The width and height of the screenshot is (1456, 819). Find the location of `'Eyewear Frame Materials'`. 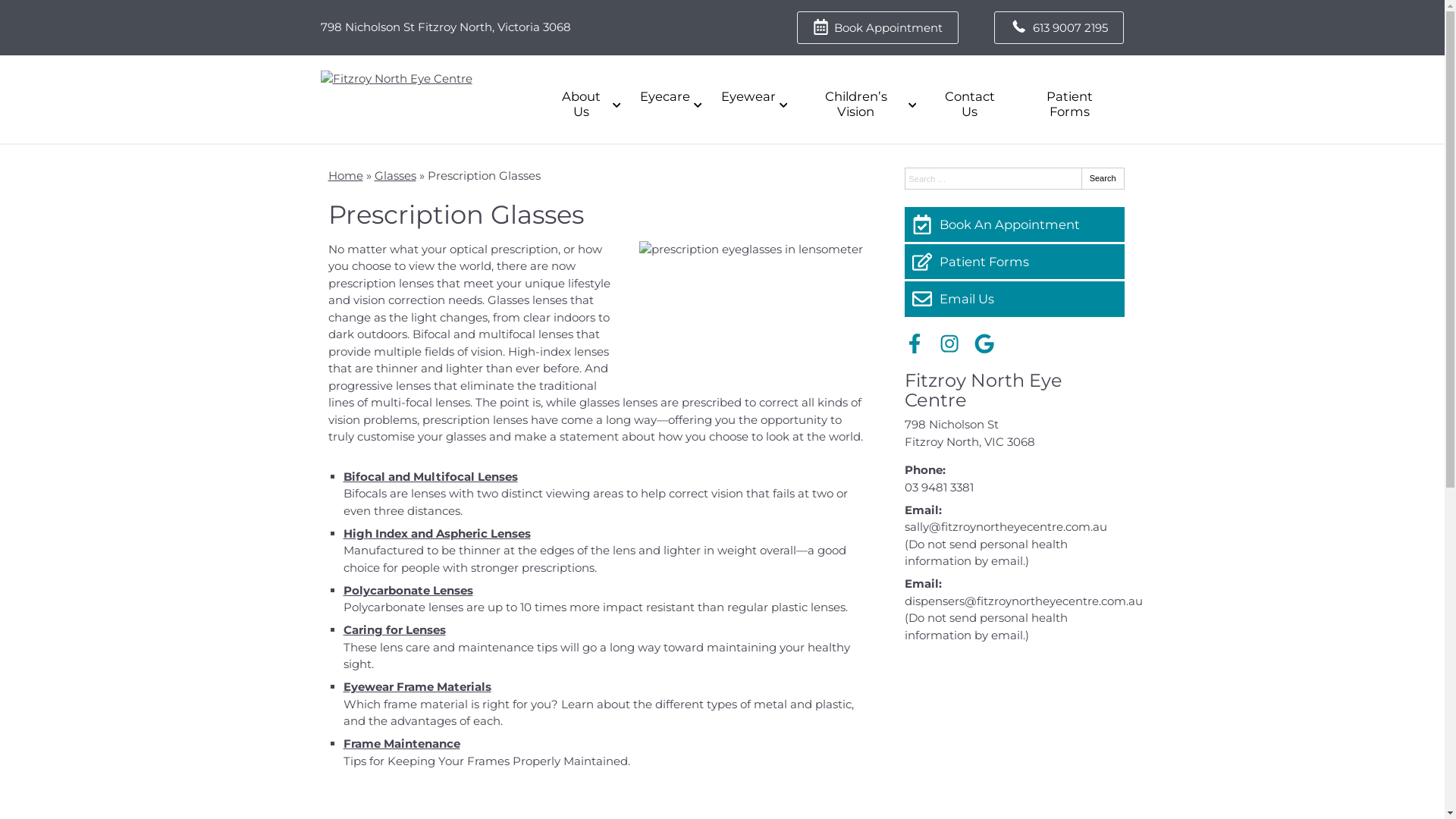

'Eyewear Frame Materials' is located at coordinates (416, 686).